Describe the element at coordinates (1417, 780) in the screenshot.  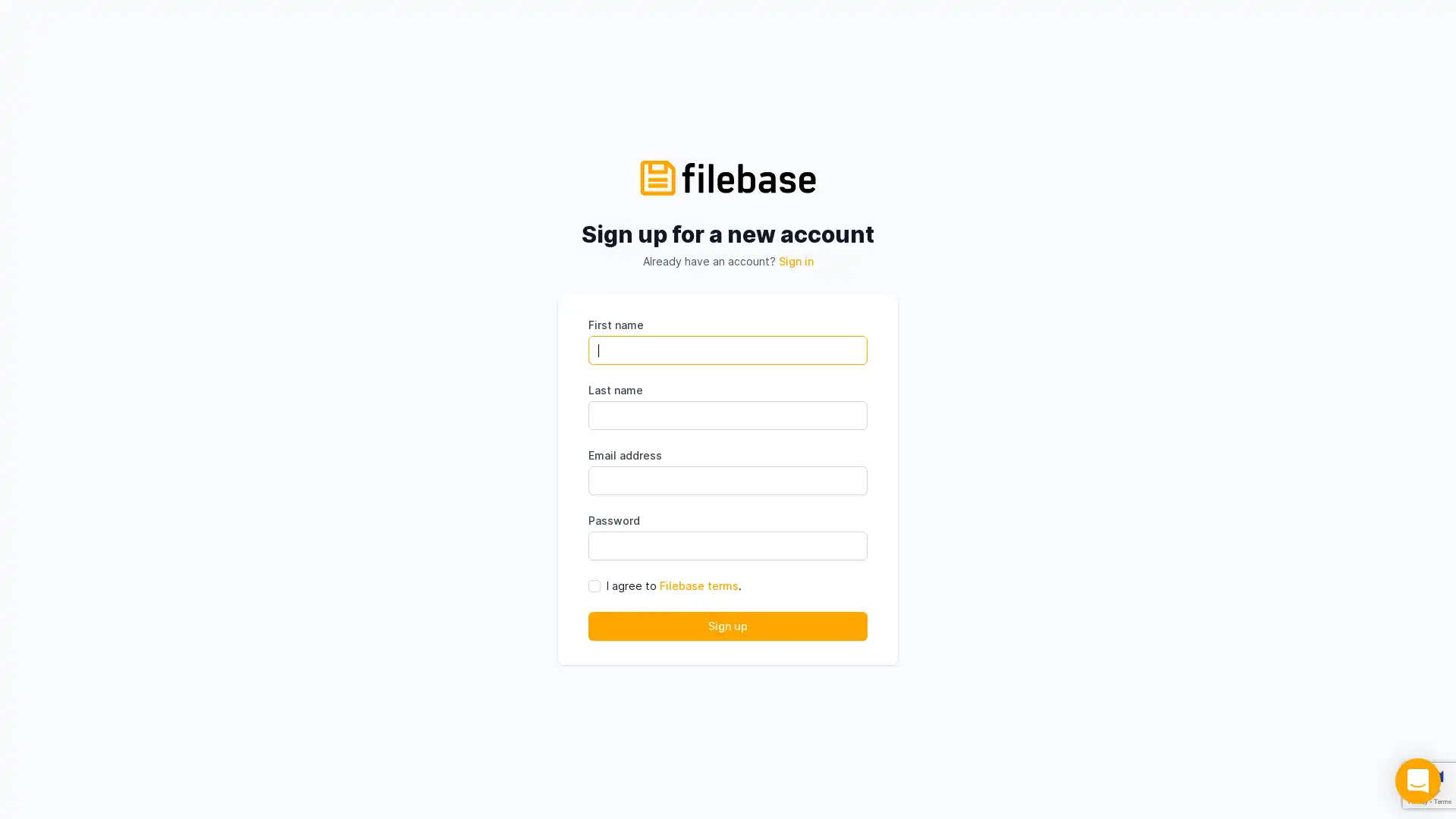
I see `Open Intercom Messenger` at that location.